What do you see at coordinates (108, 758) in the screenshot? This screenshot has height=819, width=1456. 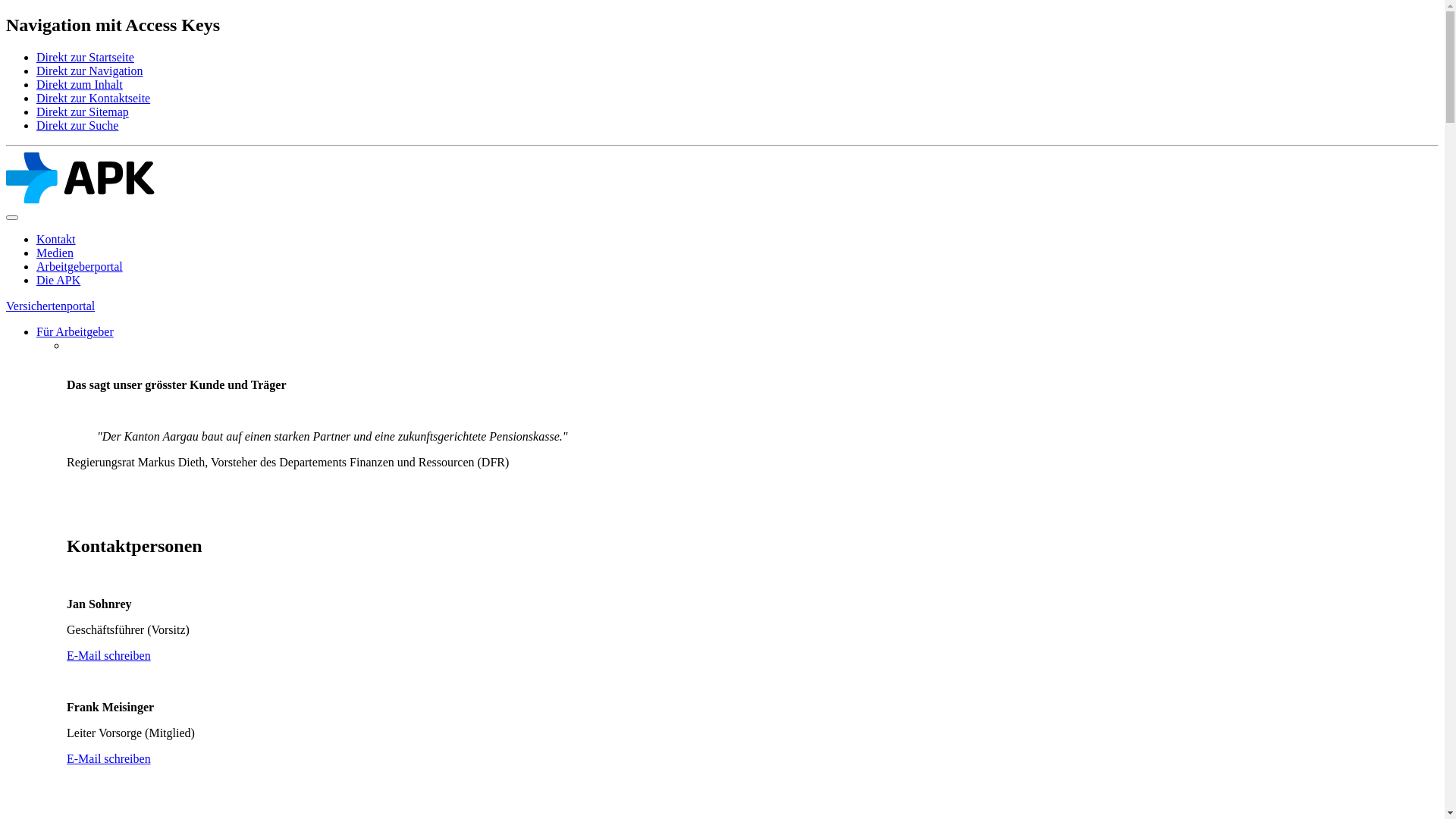 I see `'E-Mail schreiben'` at bounding box center [108, 758].